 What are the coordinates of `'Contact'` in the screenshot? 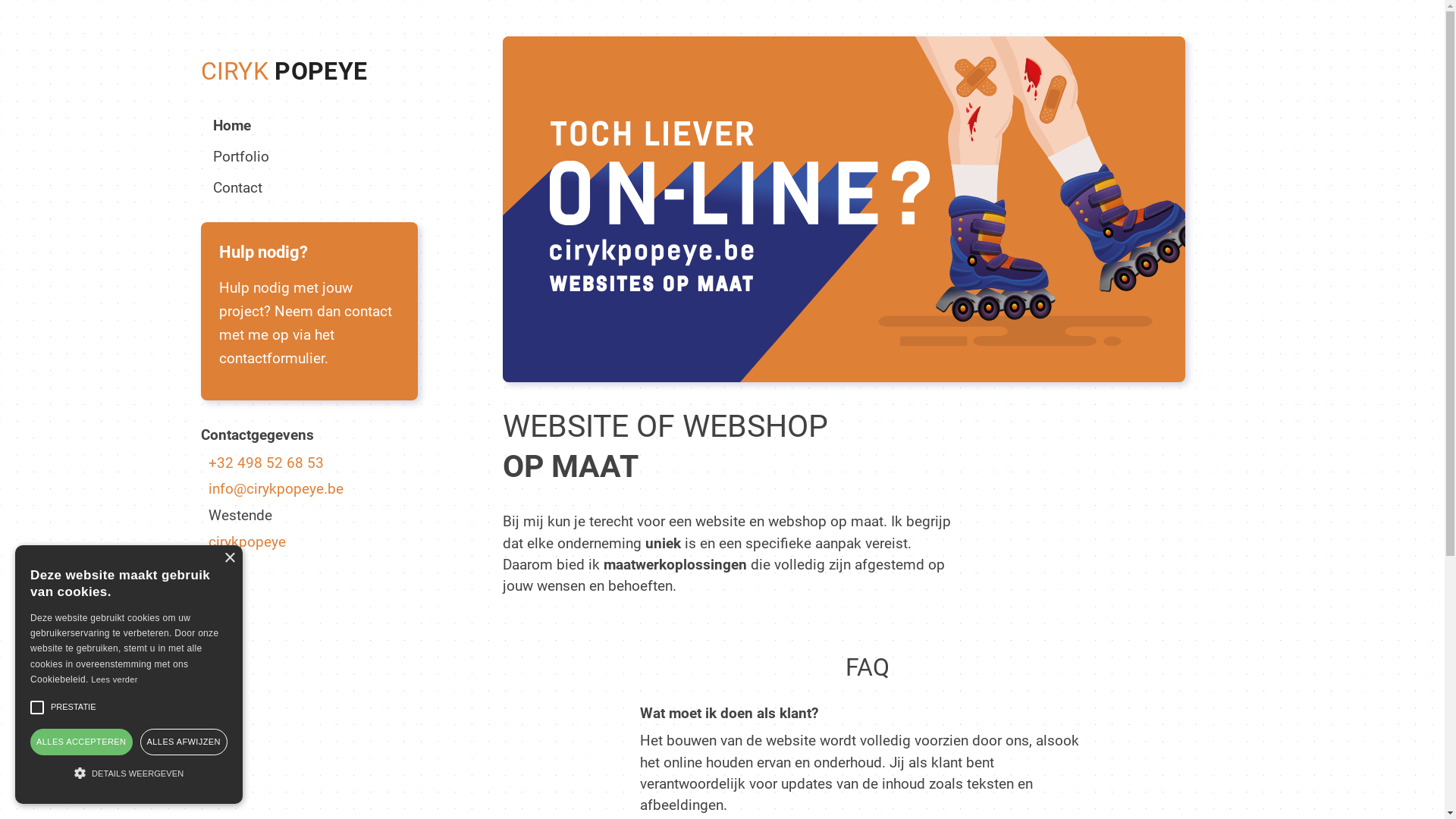 It's located at (236, 187).